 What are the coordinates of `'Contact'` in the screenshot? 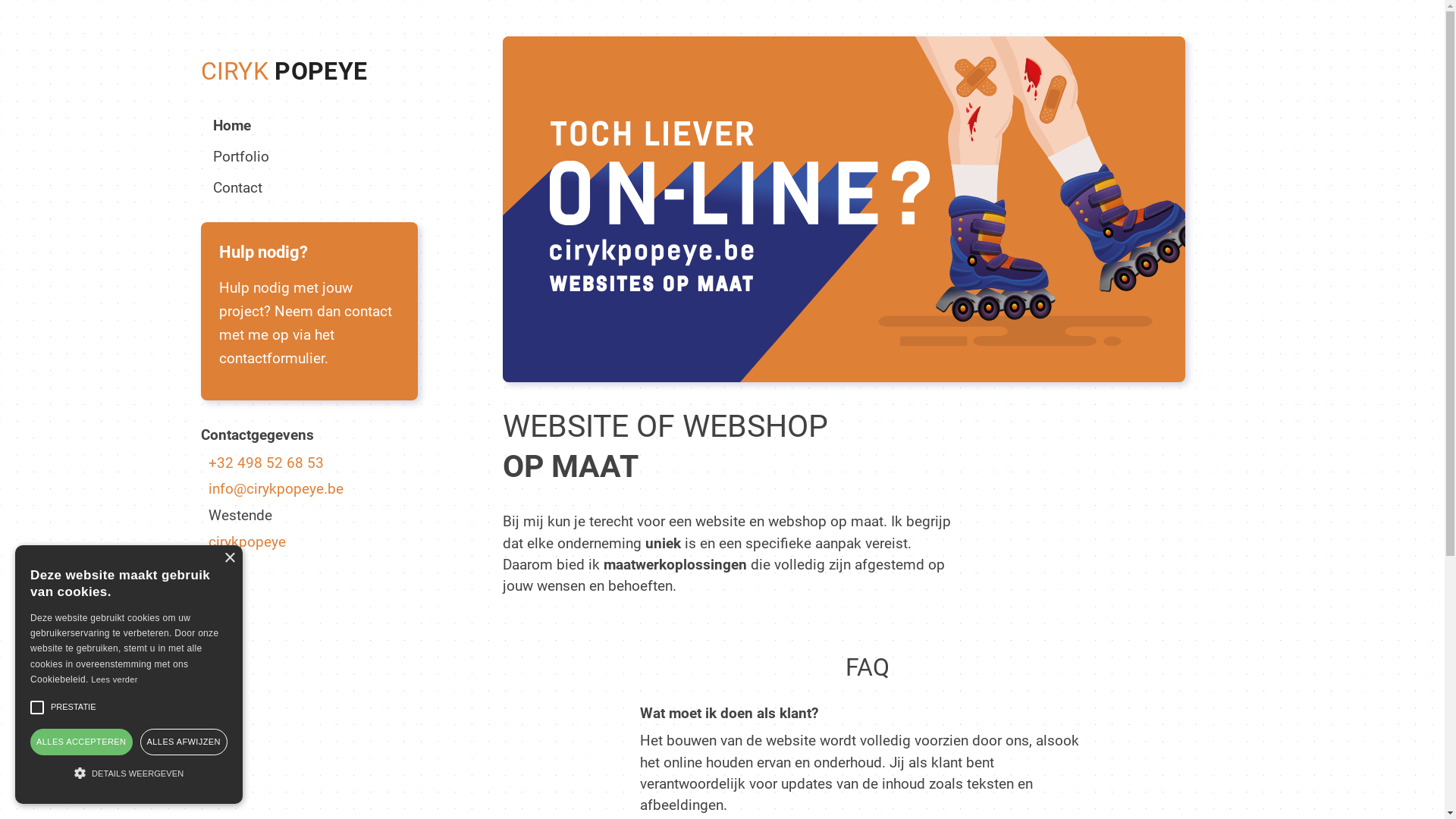 It's located at (236, 187).